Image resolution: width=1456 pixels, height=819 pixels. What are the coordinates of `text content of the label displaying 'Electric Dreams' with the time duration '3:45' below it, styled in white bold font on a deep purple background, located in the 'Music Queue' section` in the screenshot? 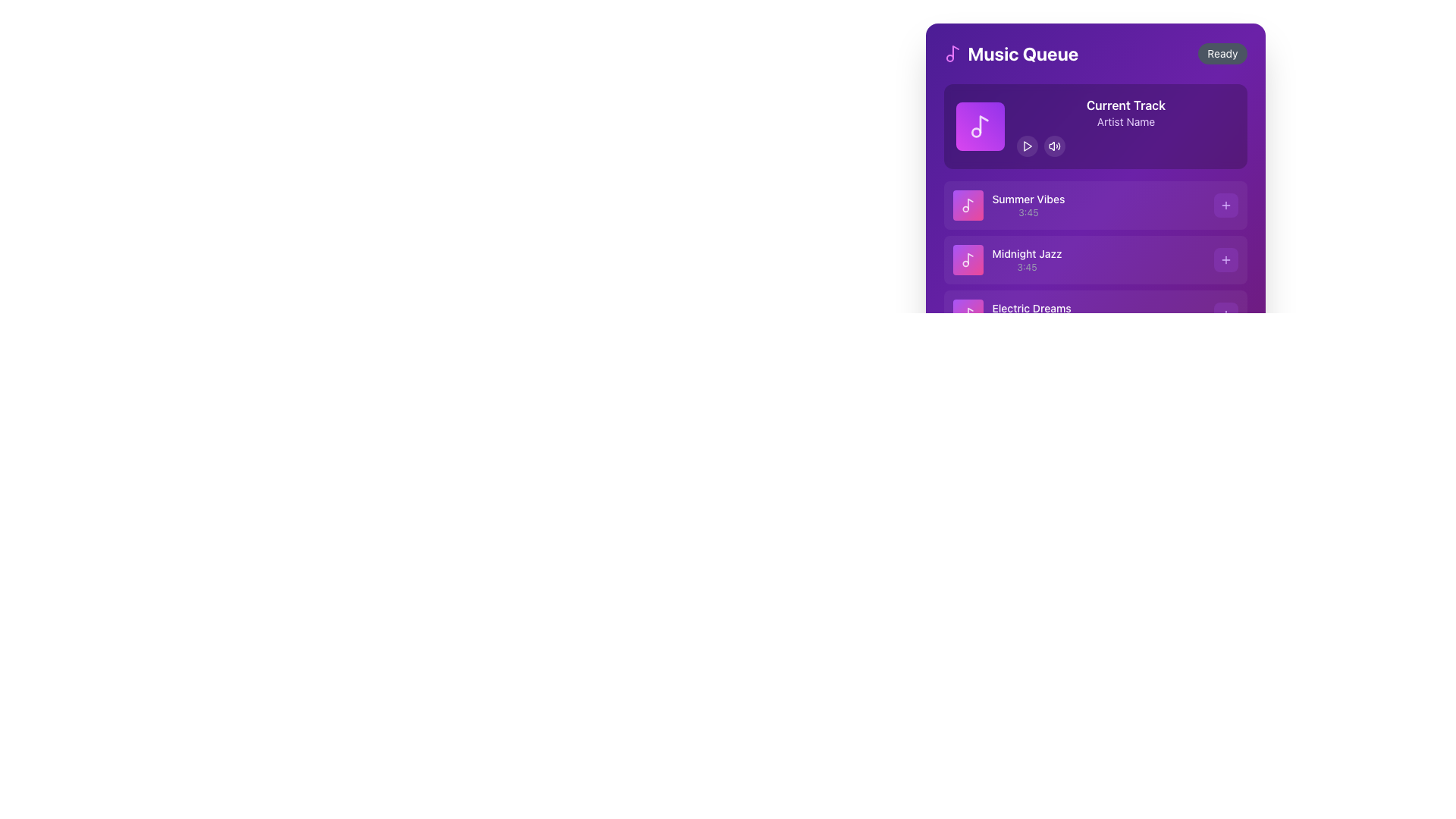 It's located at (1031, 314).